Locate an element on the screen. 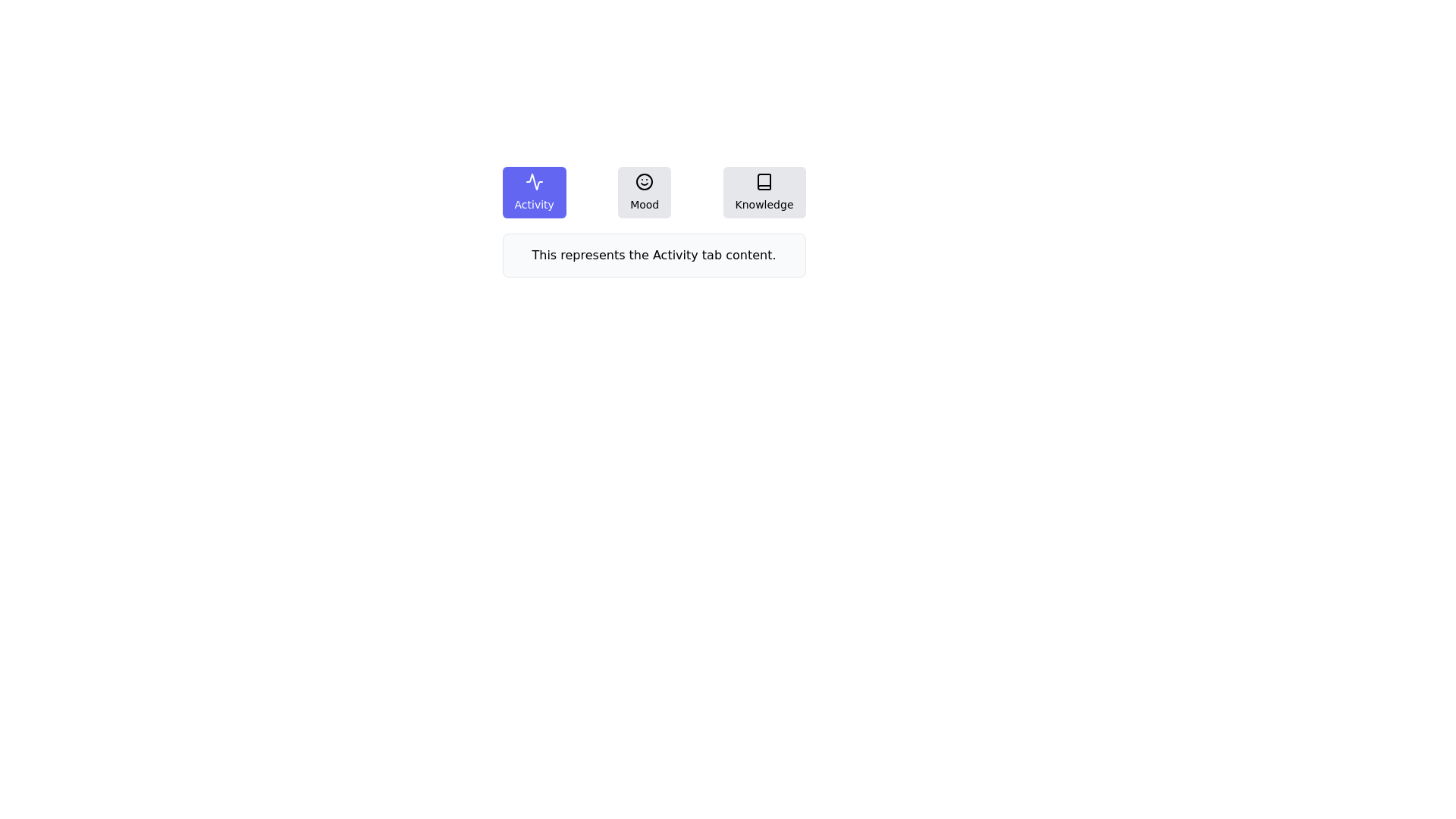 The width and height of the screenshot is (1456, 819). the 'Knowledge' button, which features a book icon and text is located at coordinates (764, 192).